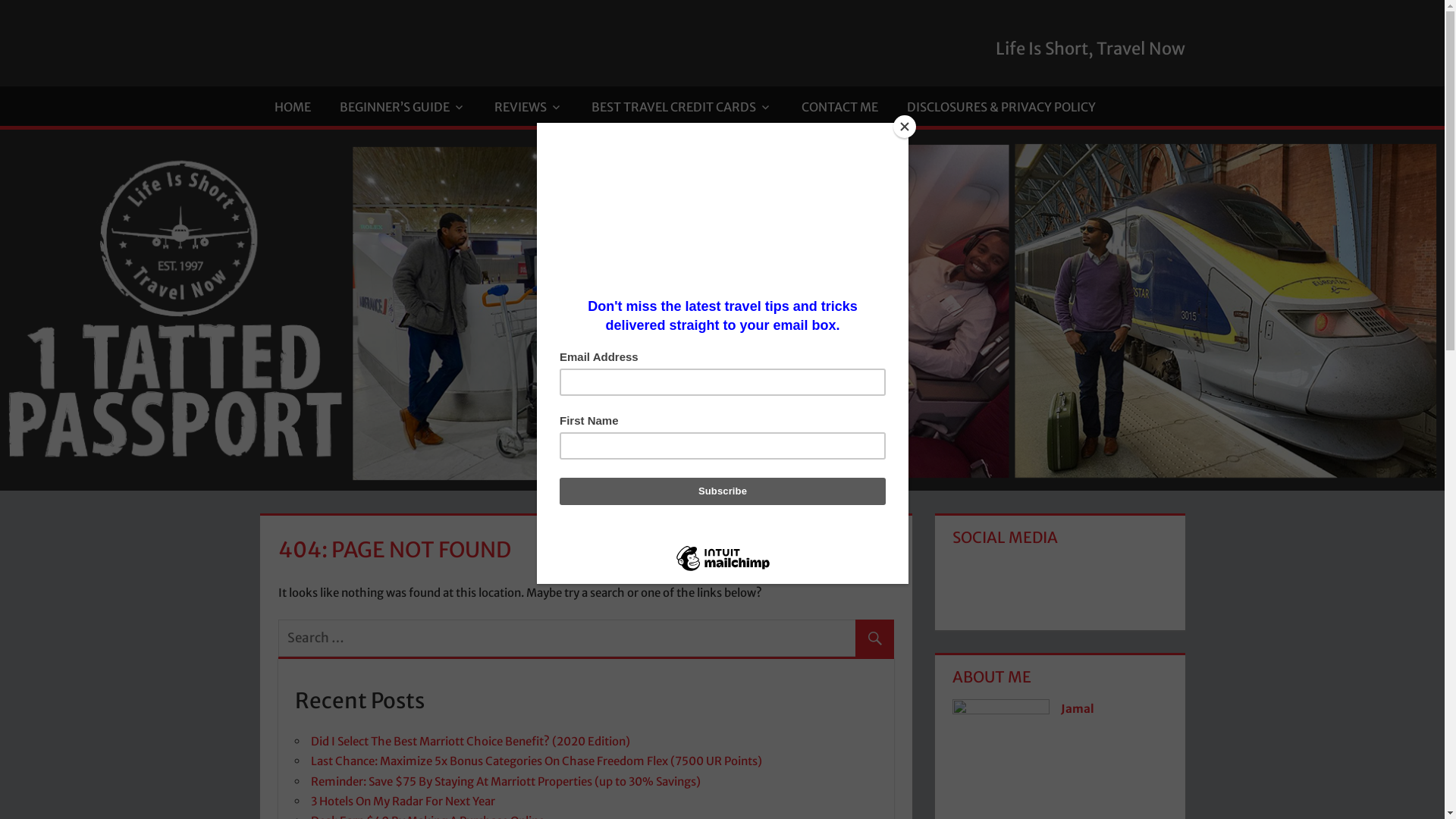  Describe the element at coordinates (291, 105) in the screenshot. I see `'HOME'` at that location.